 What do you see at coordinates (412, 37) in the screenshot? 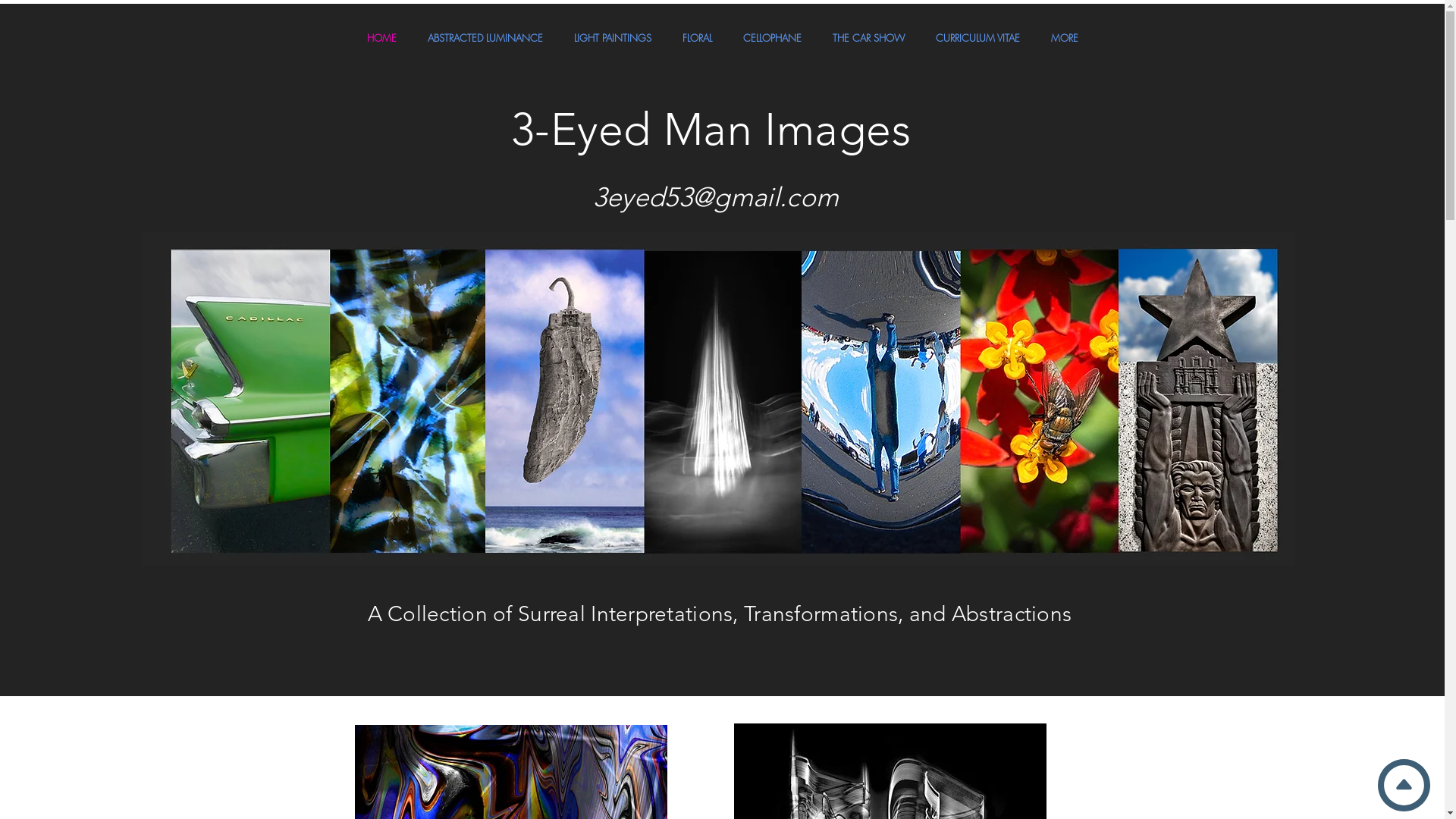
I see `'ABSTRACTED LUMINANCE'` at bounding box center [412, 37].